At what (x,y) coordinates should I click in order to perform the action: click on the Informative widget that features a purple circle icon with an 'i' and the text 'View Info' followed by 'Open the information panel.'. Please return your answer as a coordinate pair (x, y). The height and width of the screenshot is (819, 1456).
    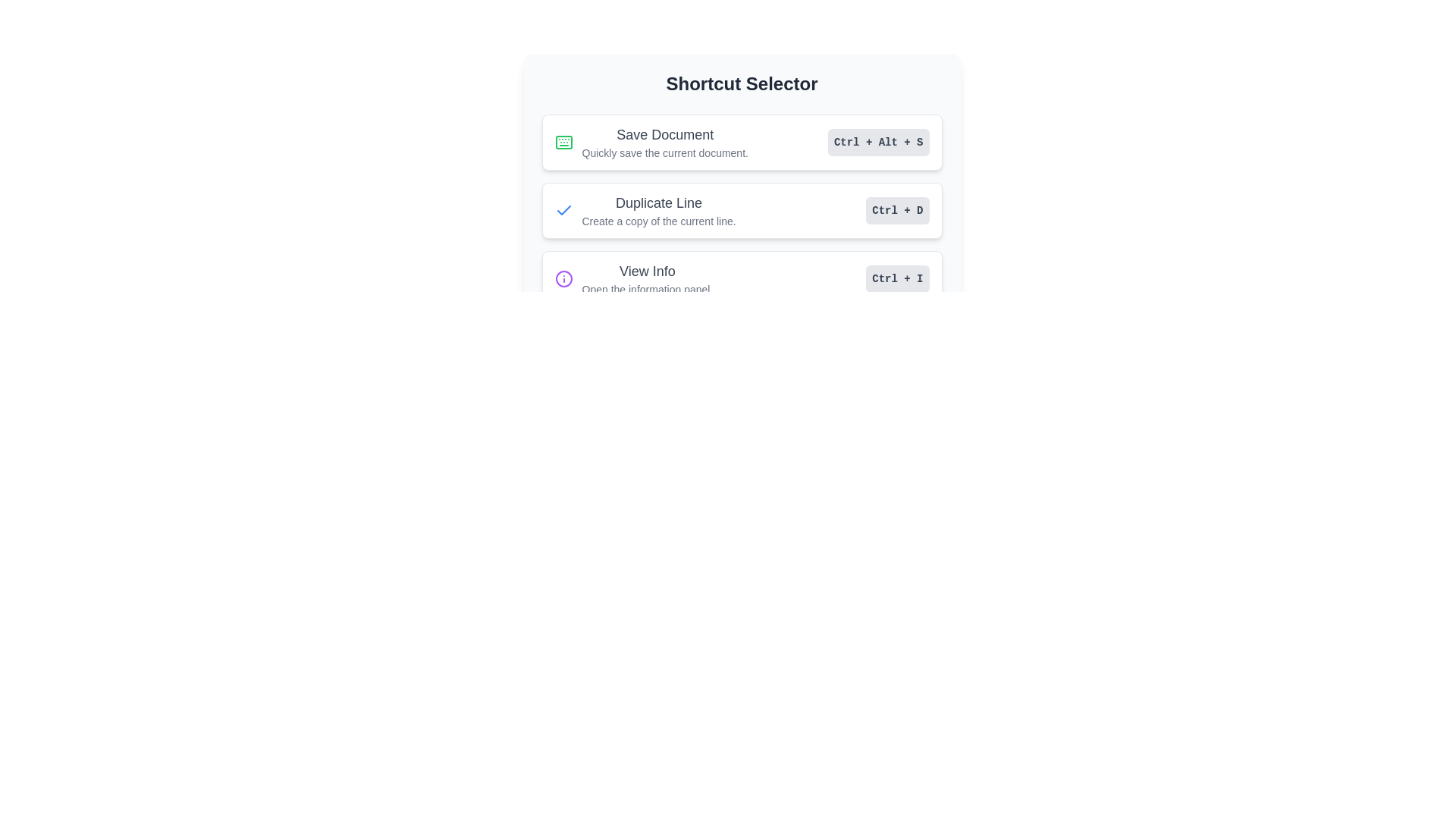
    Looking at the image, I should click on (633, 278).